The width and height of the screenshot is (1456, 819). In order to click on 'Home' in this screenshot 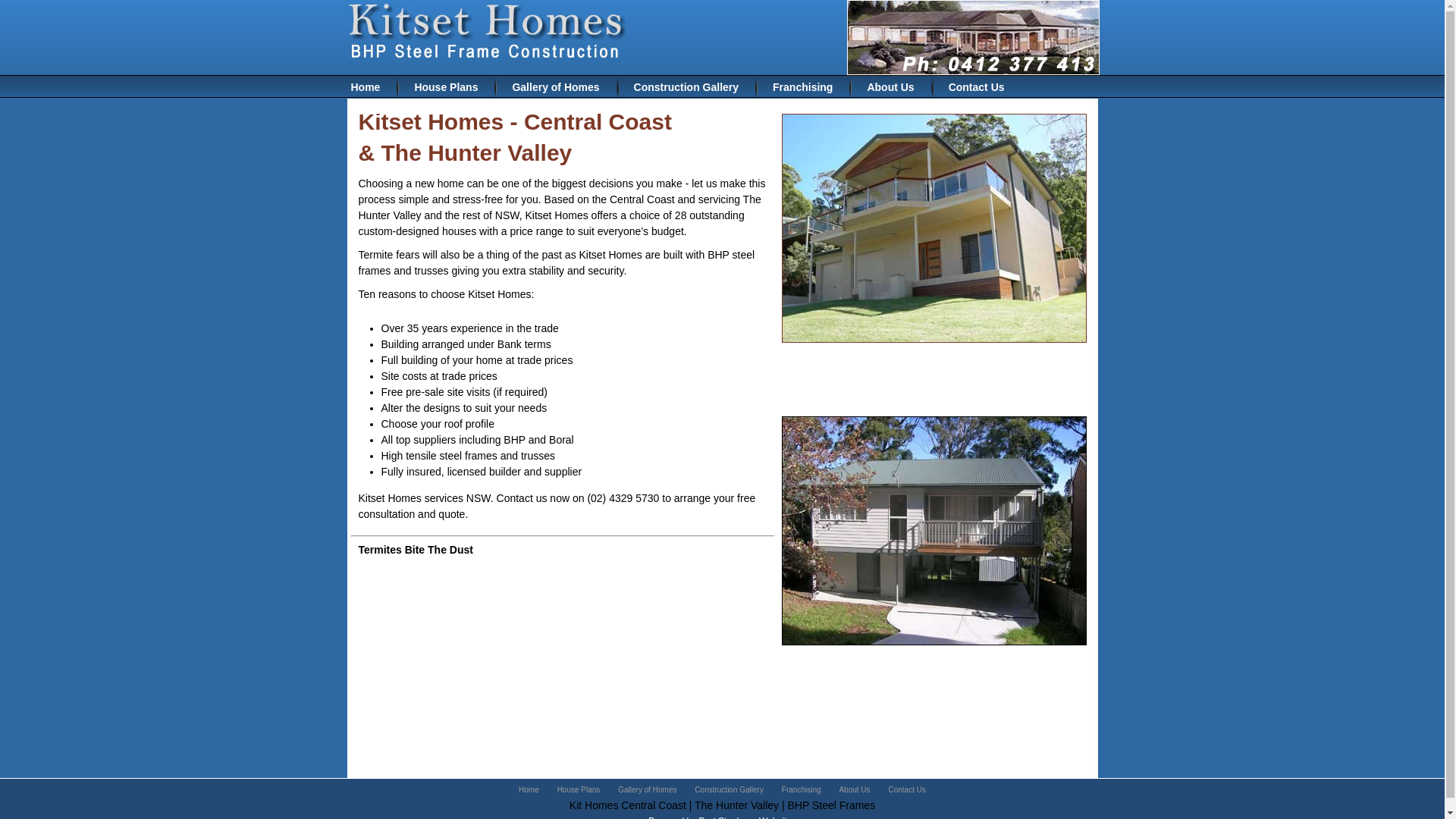, I will do `click(367, 87)`.